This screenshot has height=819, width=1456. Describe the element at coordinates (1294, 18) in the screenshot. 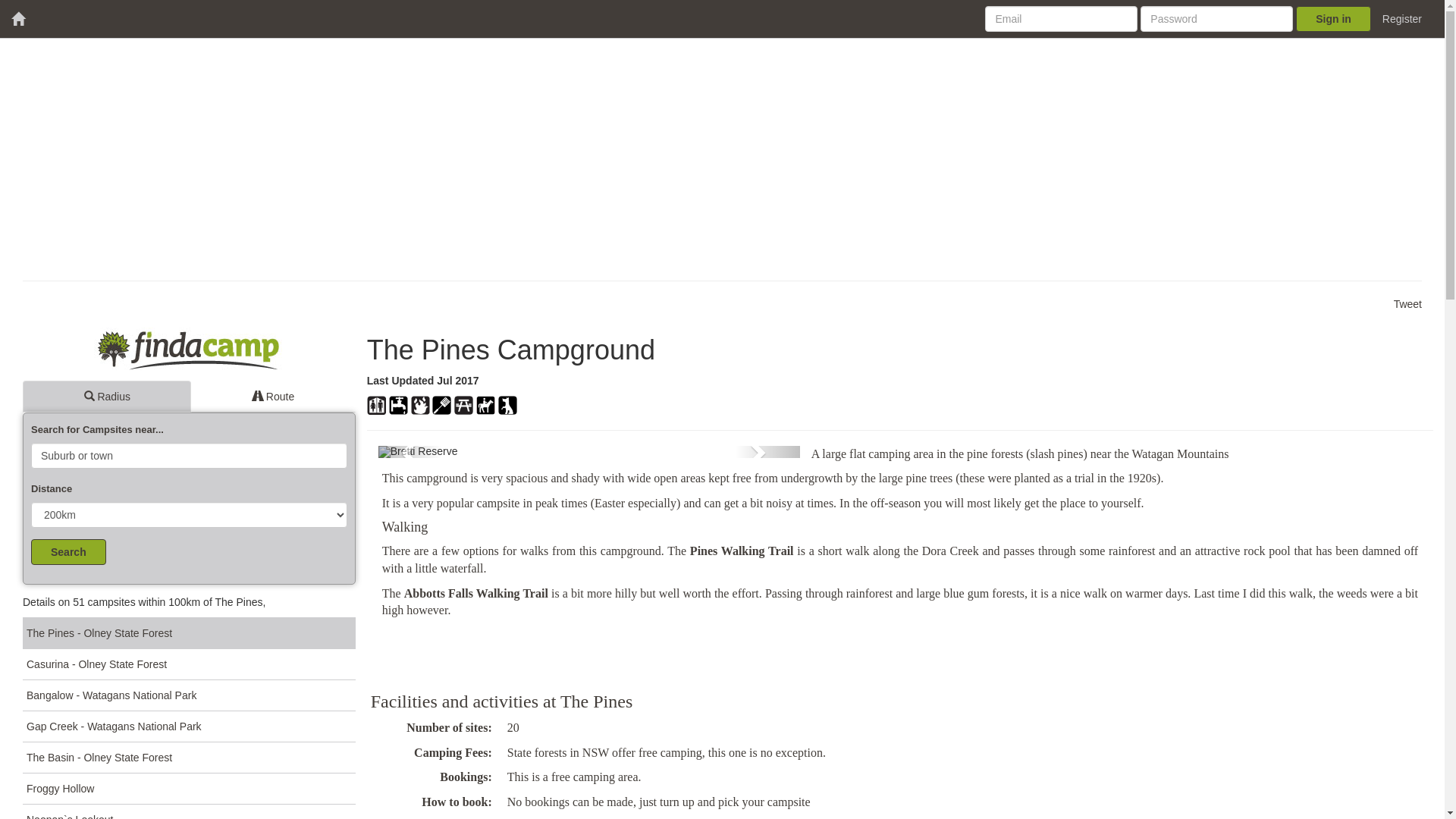

I see `'Sign in'` at that location.